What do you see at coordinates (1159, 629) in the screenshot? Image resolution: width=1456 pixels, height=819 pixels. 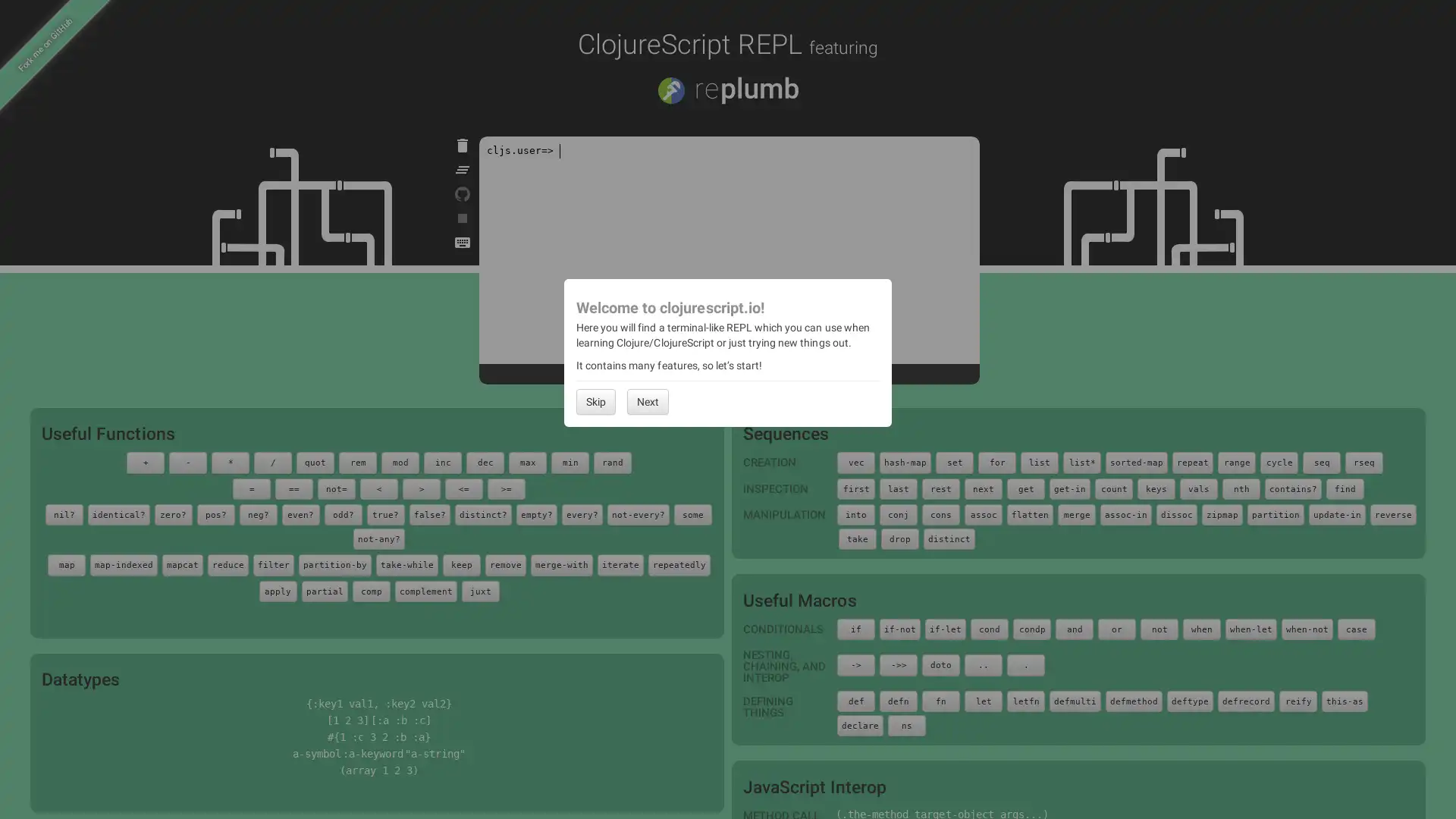 I see `not` at bounding box center [1159, 629].